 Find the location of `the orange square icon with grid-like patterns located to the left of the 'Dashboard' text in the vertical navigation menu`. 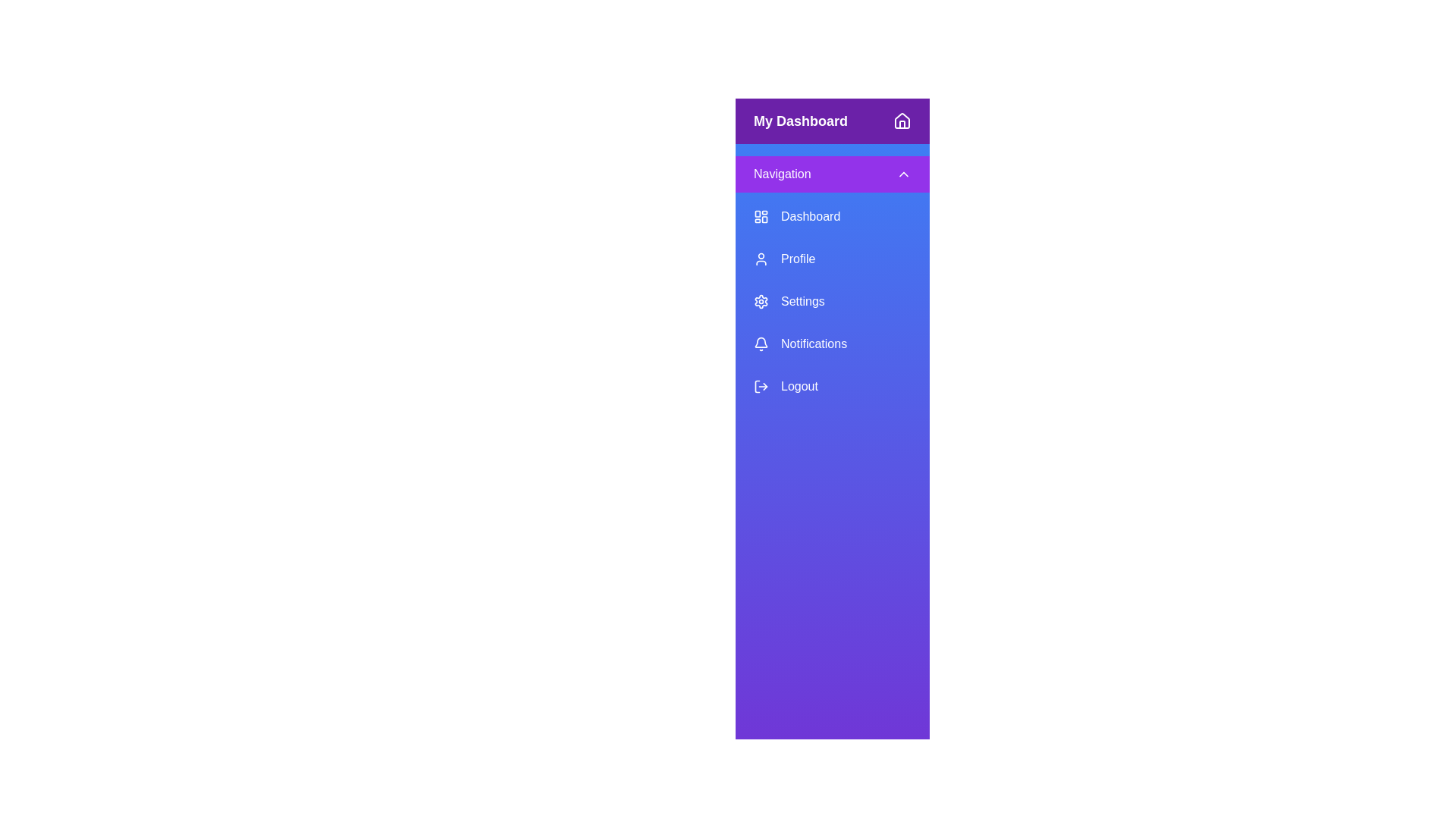

the orange square icon with grid-like patterns located to the left of the 'Dashboard' text in the vertical navigation menu is located at coordinates (761, 216).